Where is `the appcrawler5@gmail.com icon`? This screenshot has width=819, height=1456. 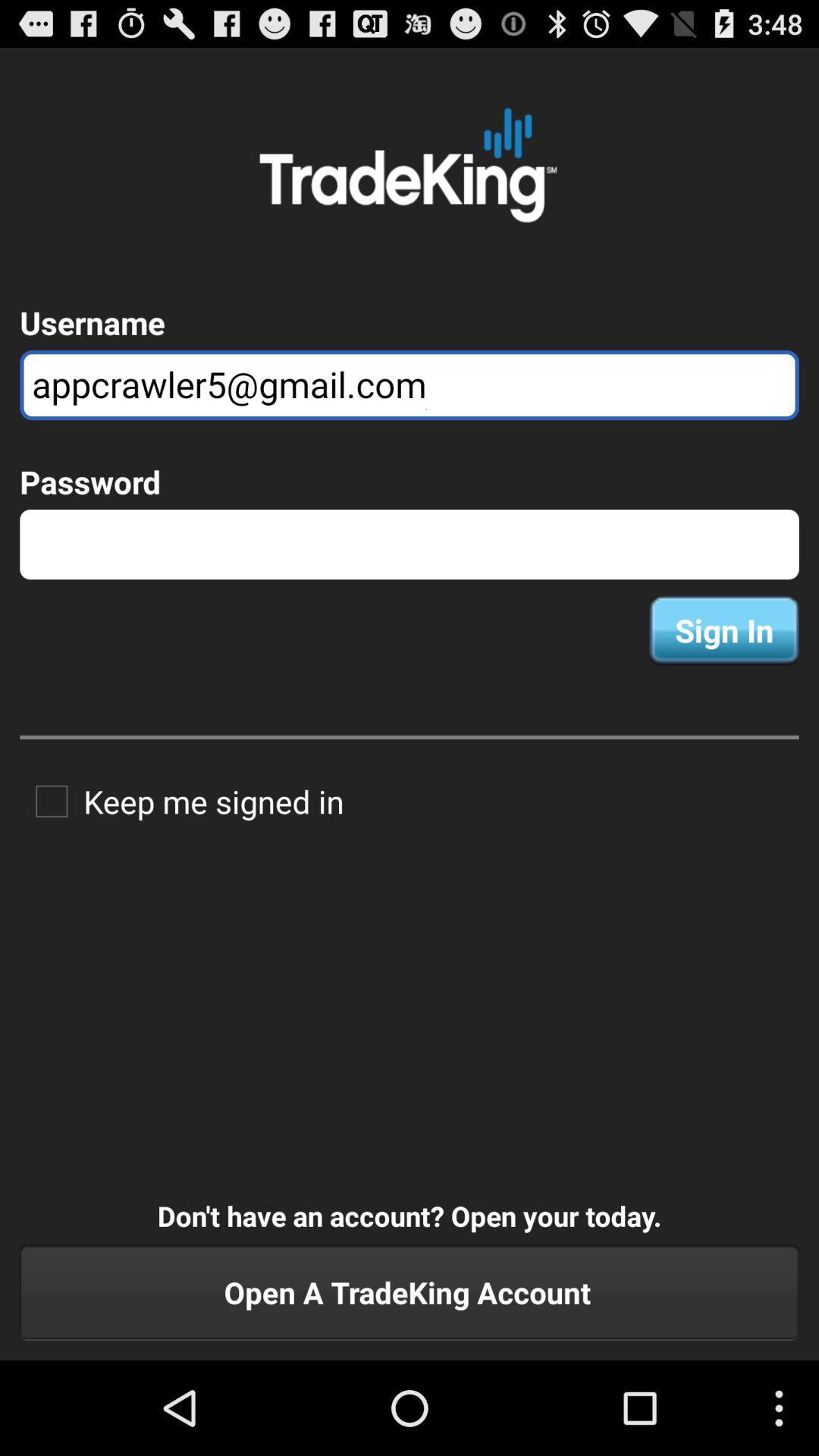 the appcrawler5@gmail.com icon is located at coordinates (409, 385).